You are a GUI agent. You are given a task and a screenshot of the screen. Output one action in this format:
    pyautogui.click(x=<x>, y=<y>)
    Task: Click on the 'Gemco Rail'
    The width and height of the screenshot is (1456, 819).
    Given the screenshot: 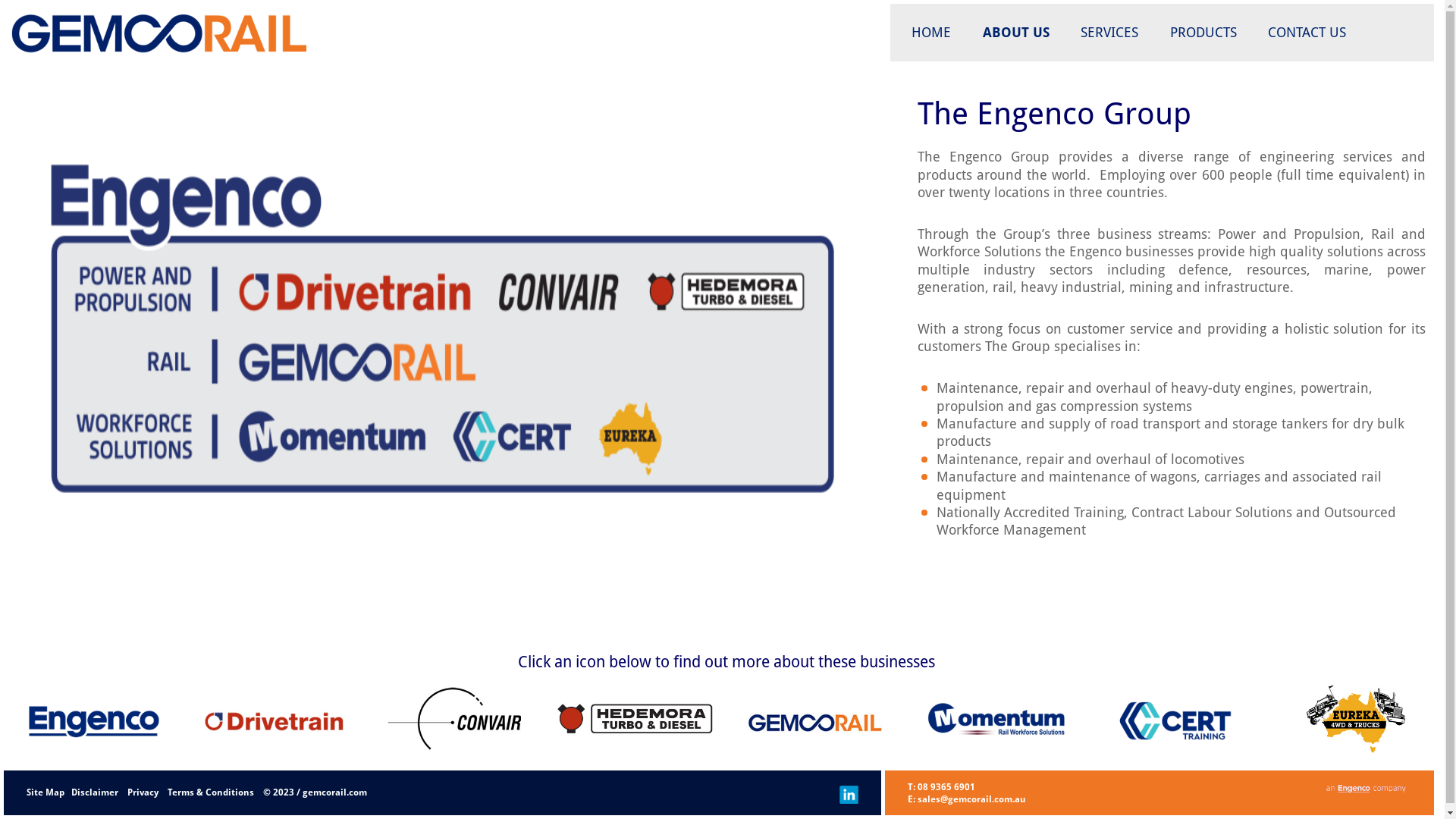 What is the action you would take?
    pyautogui.click(x=73, y=87)
    